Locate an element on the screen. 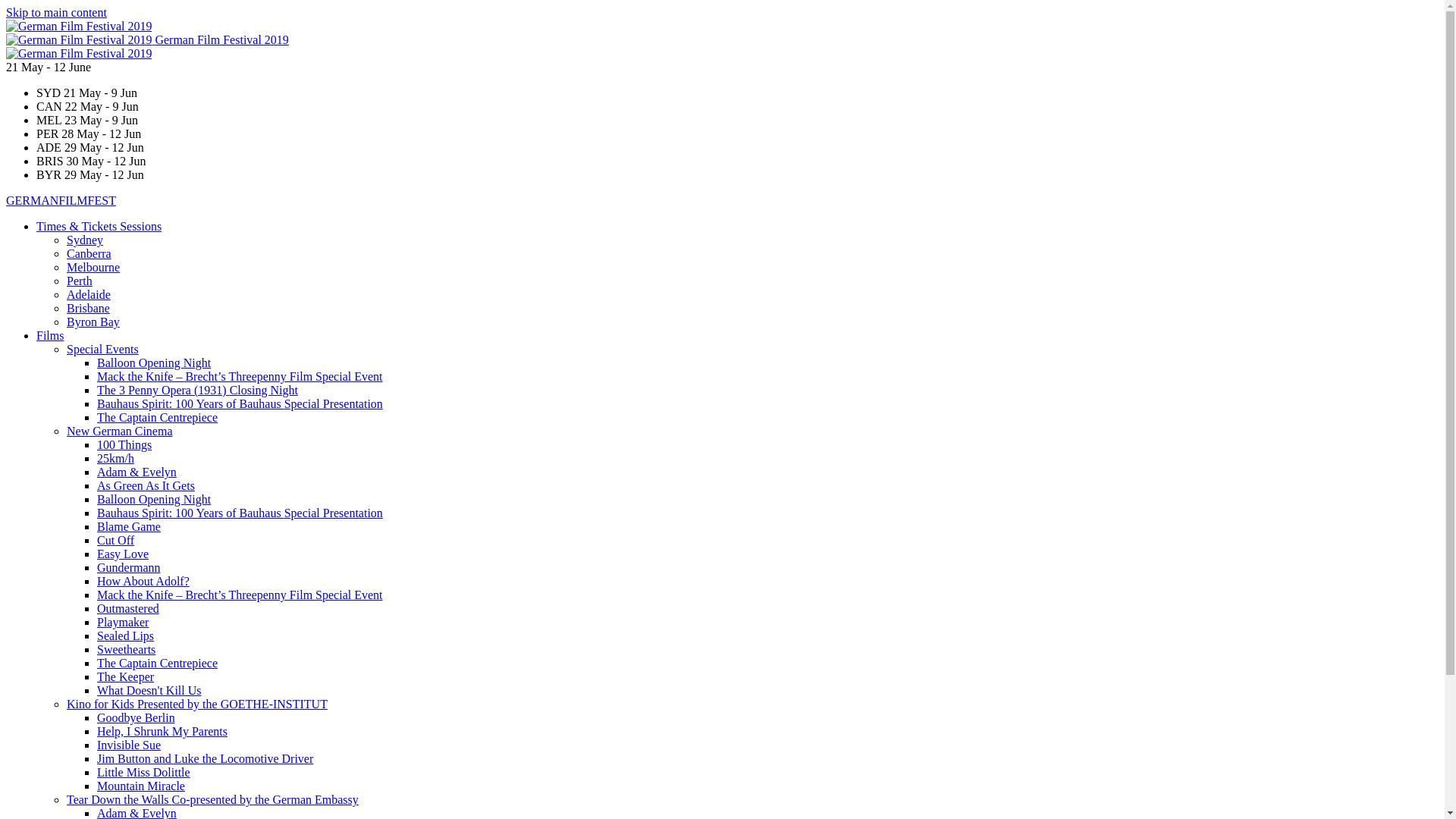  'Canberra' is located at coordinates (88, 253).